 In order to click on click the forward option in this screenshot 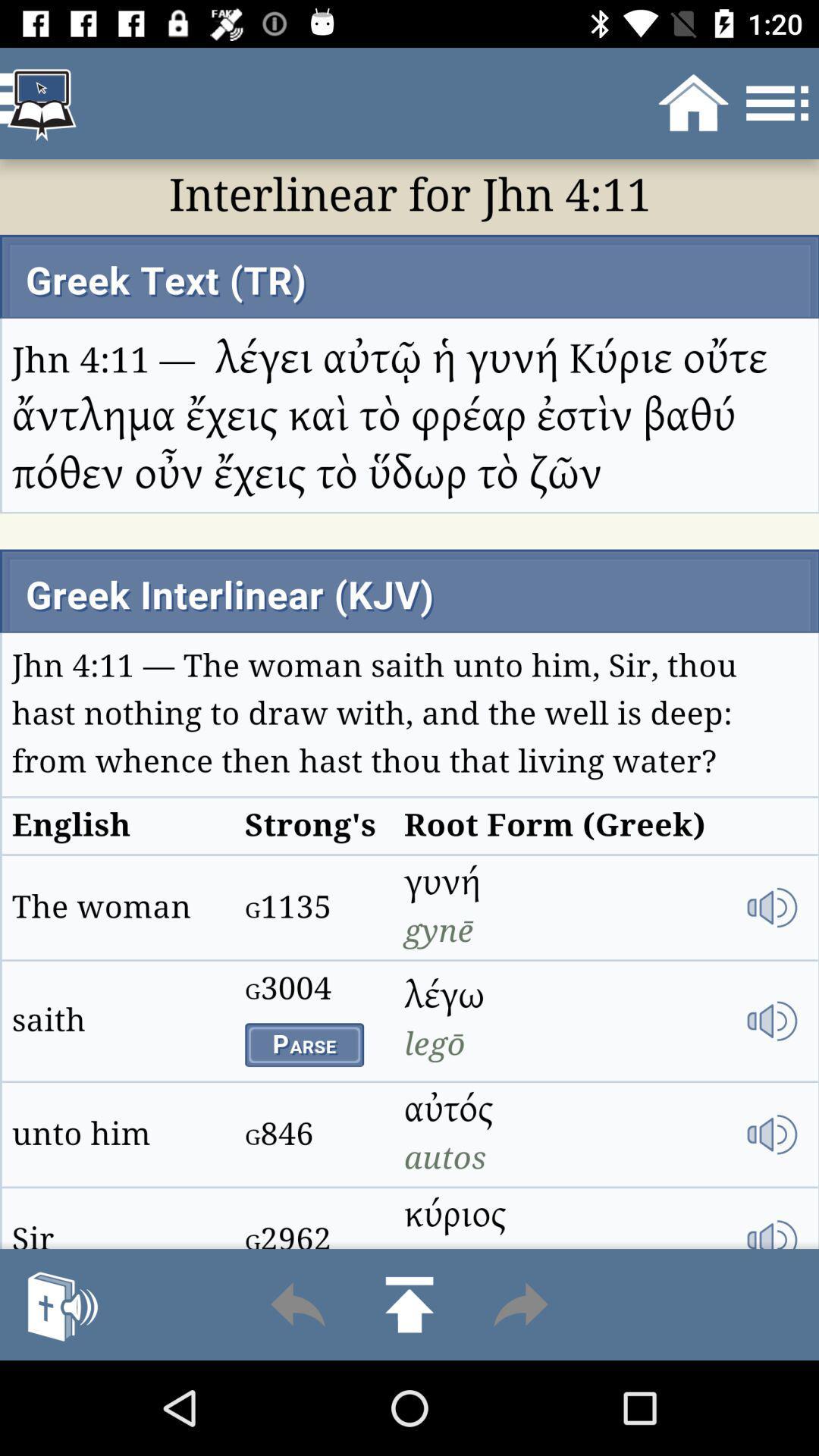, I will do `click(519, 1304)`.